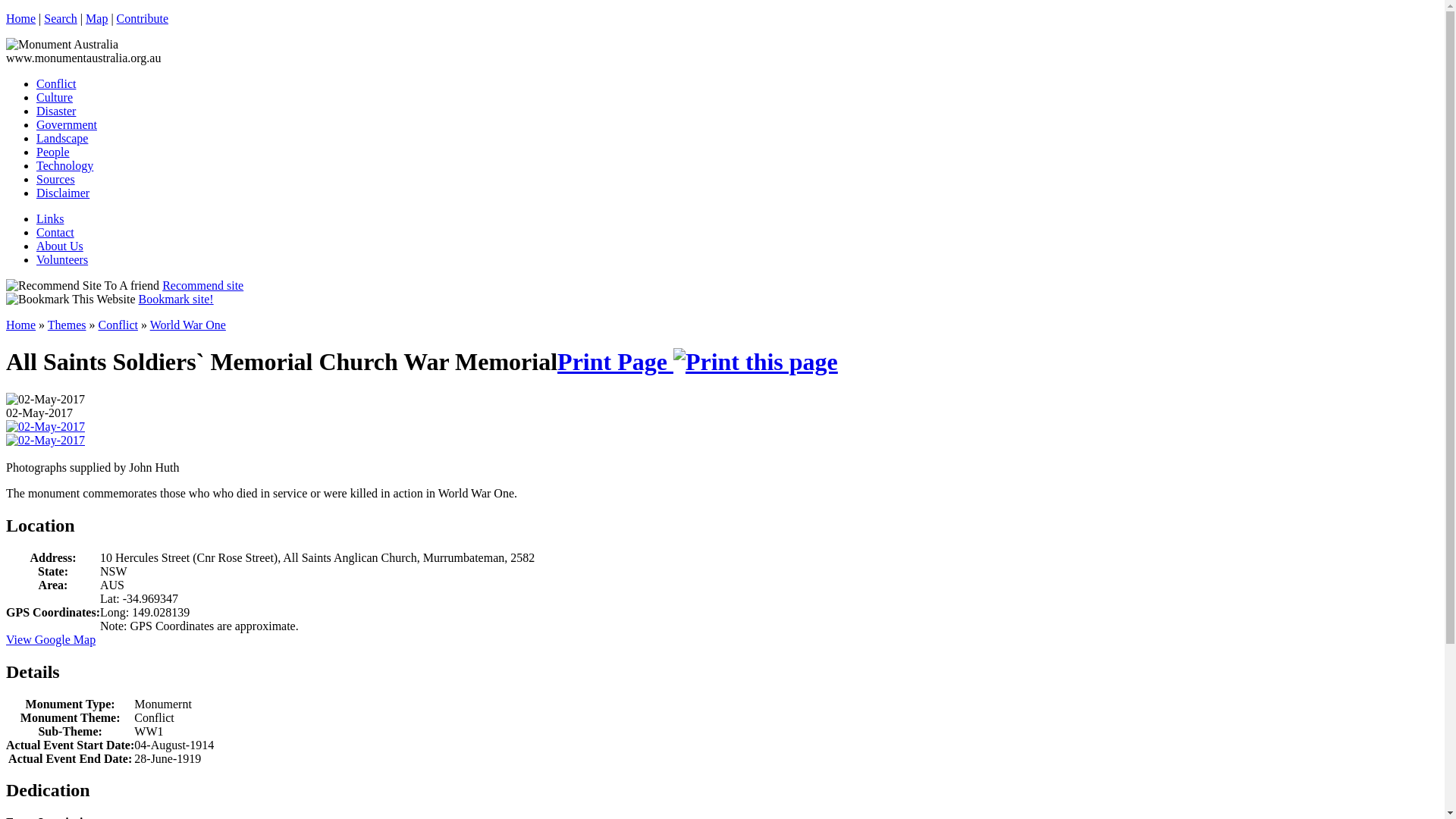 Image resolution: width=1456 pixels, height=819 pixels. What do you see at coordinates (65, 124) in the screenshot?
I see `'Government'` at bounding box center [65, 124].